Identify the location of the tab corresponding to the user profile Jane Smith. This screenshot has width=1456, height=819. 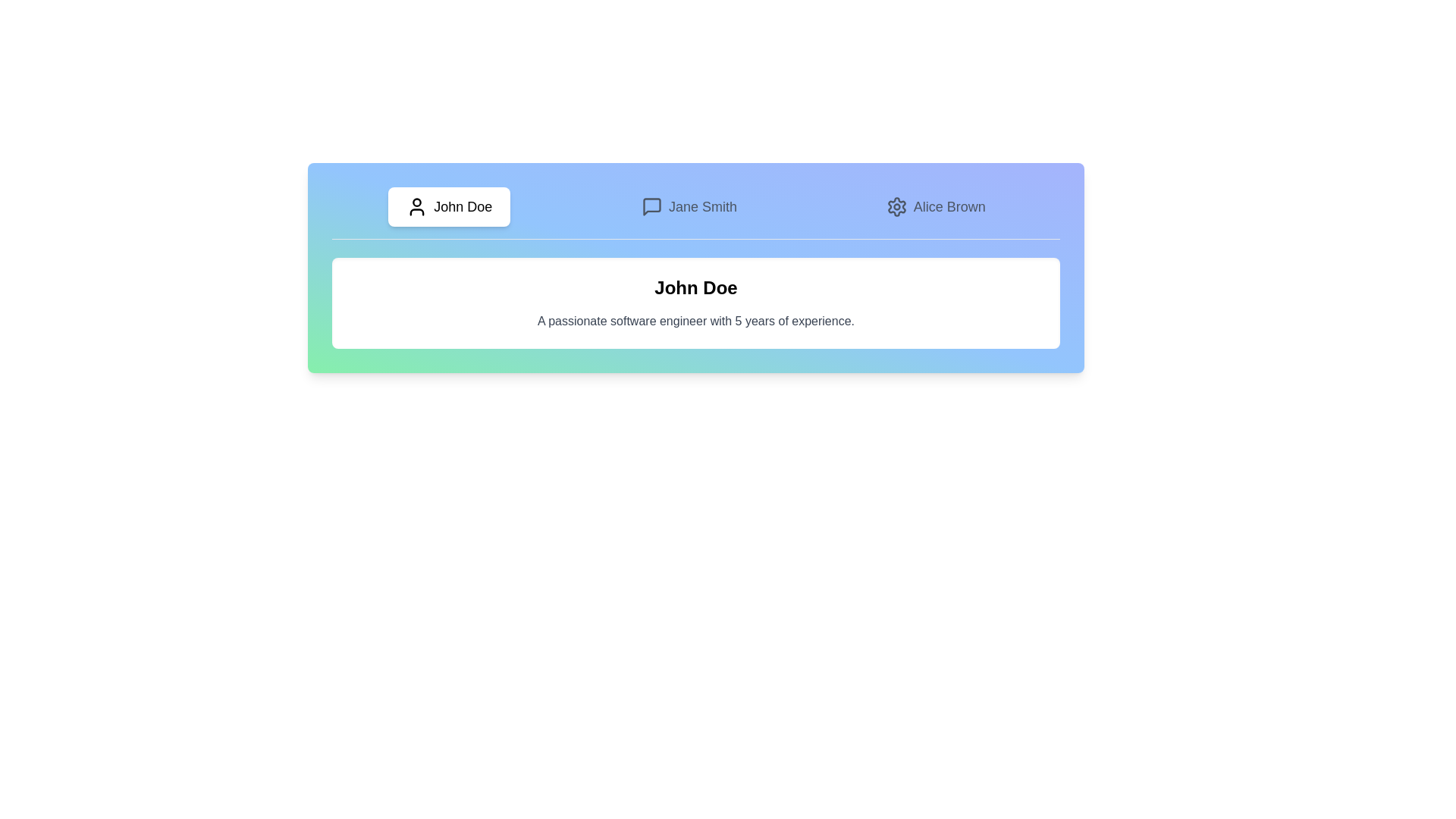
(688, 207).